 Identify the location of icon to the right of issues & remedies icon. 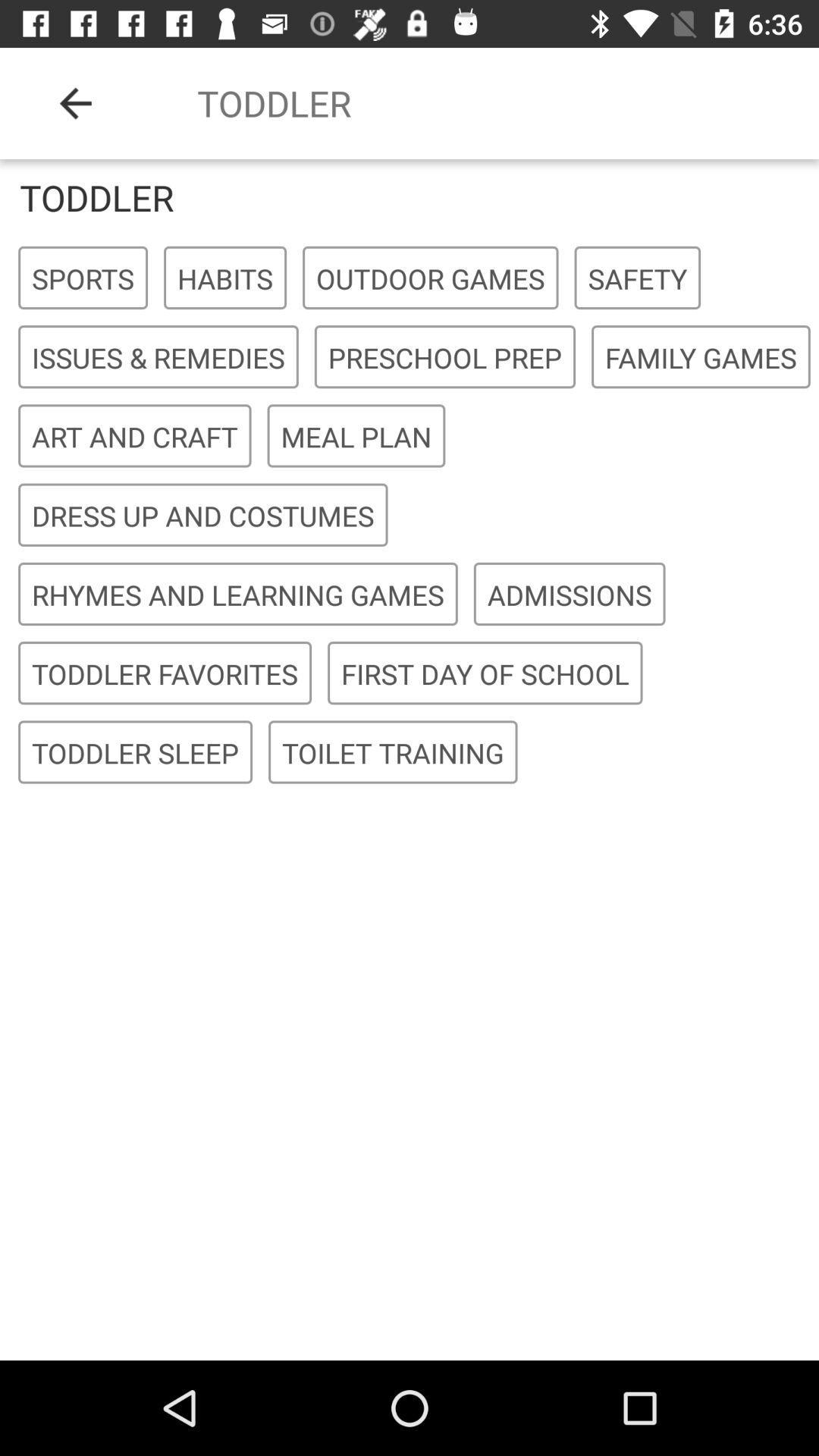
(444, 356).